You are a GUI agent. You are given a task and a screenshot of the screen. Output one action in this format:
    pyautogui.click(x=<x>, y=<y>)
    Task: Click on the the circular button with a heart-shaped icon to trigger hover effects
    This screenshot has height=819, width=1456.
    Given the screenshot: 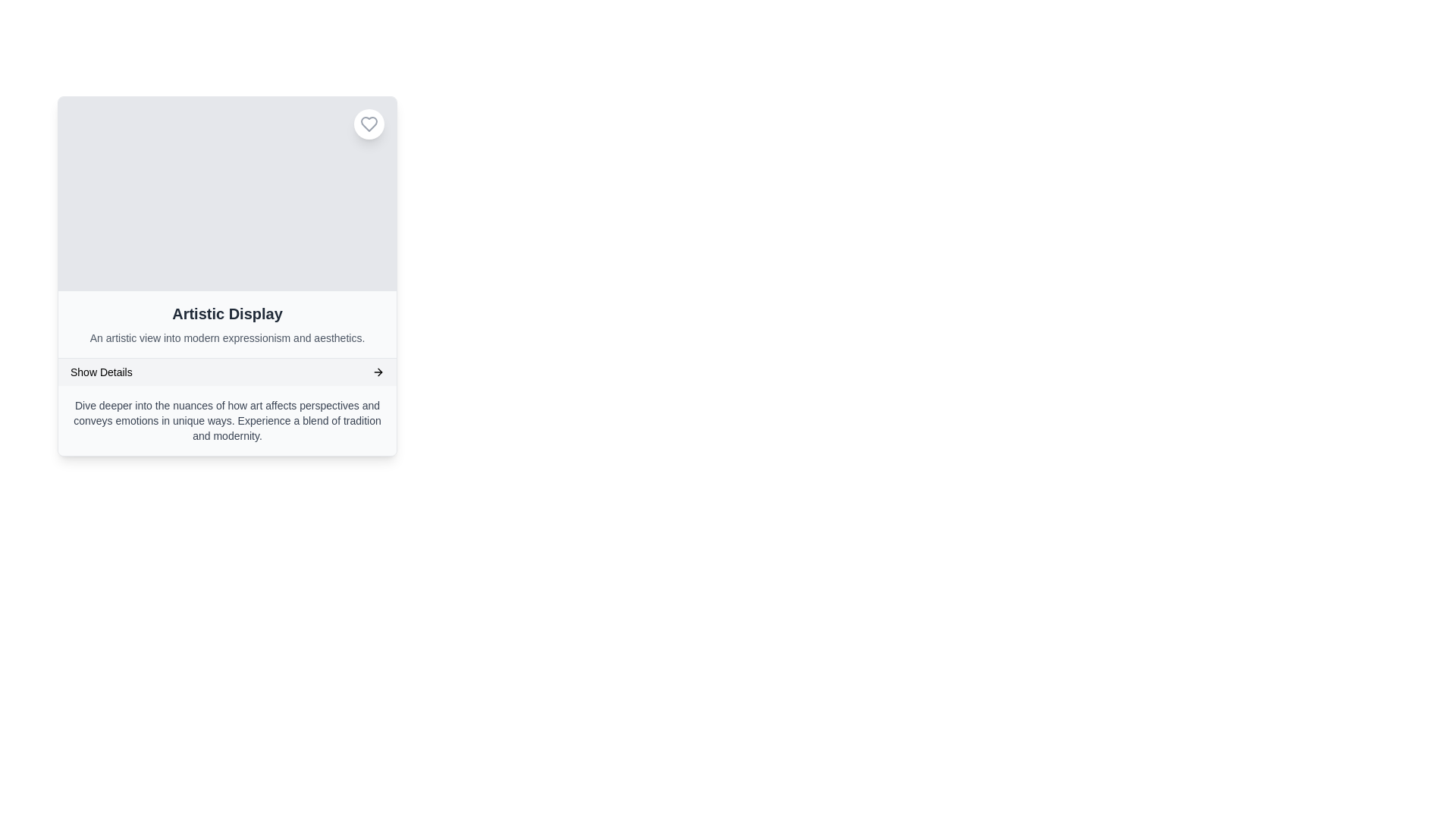 What is the action you would take?
    pyautogui.click(x=369, y=124)
    